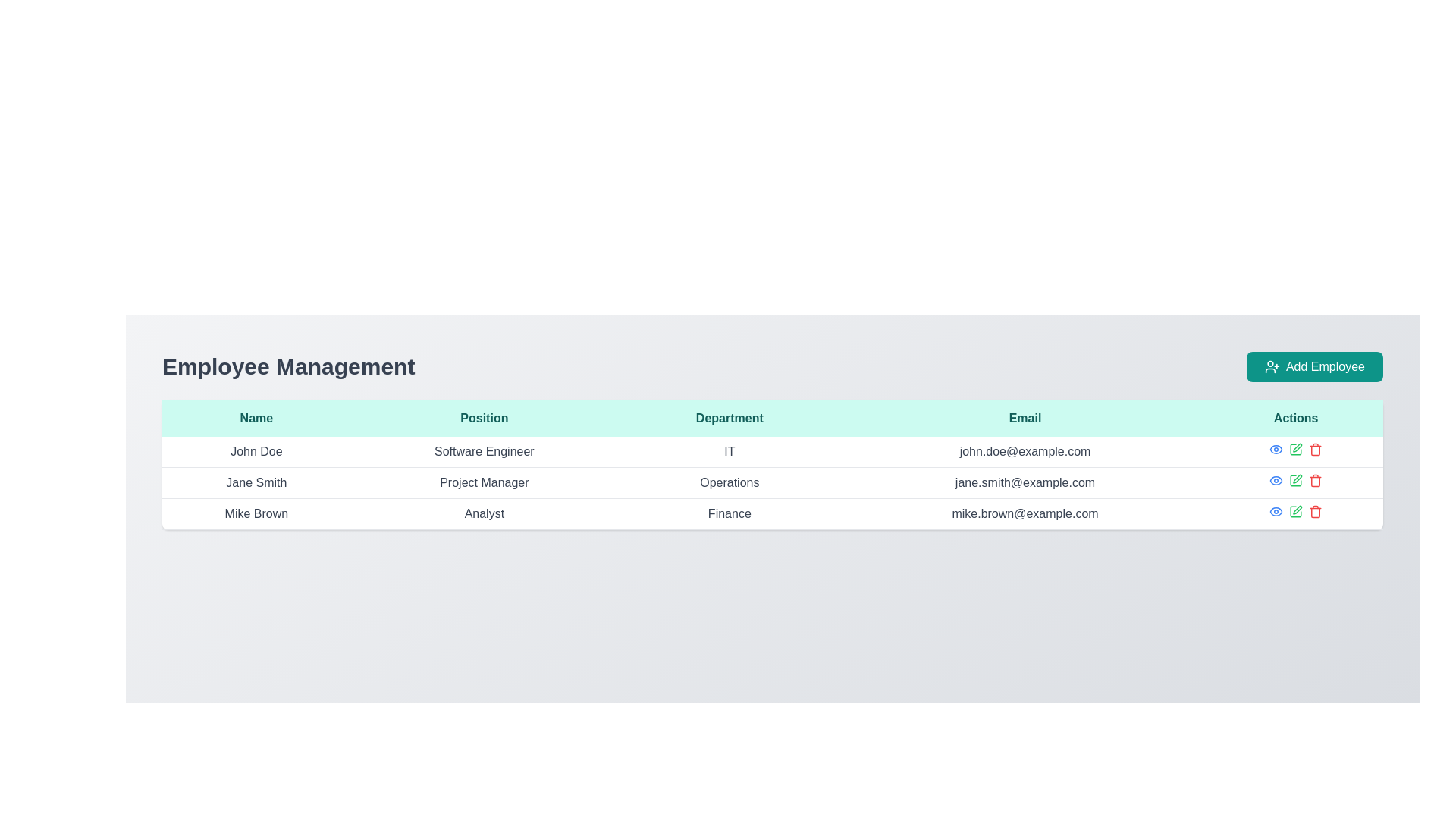  Describe the element at coordinates (1297, 447) in the screenshot. I see `the edit action button located in the 'Actions' column of the table for the employee 'Jane Smith'` at that location.